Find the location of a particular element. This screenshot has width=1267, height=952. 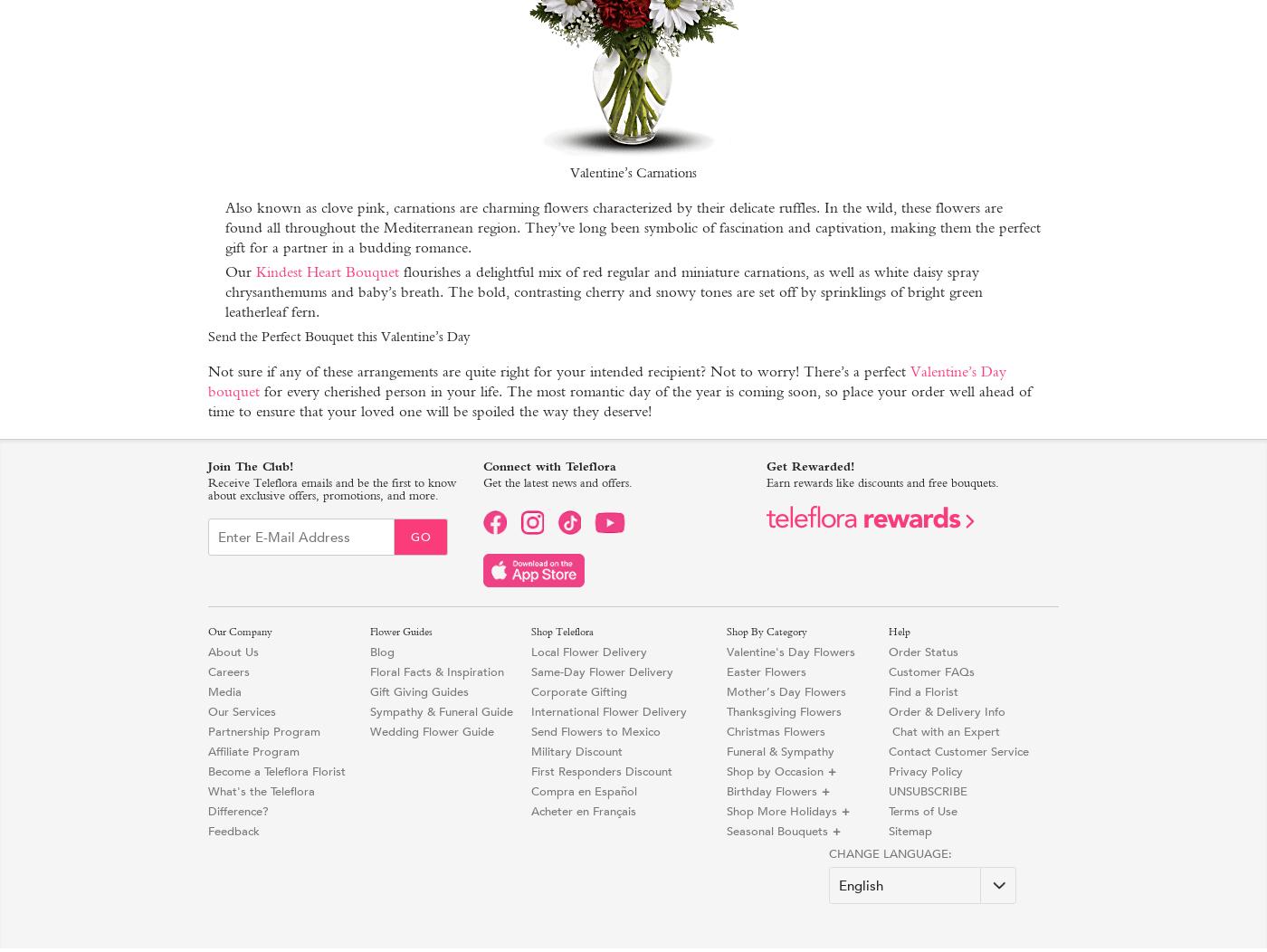

'Go' is located at coordinates (419, 536).